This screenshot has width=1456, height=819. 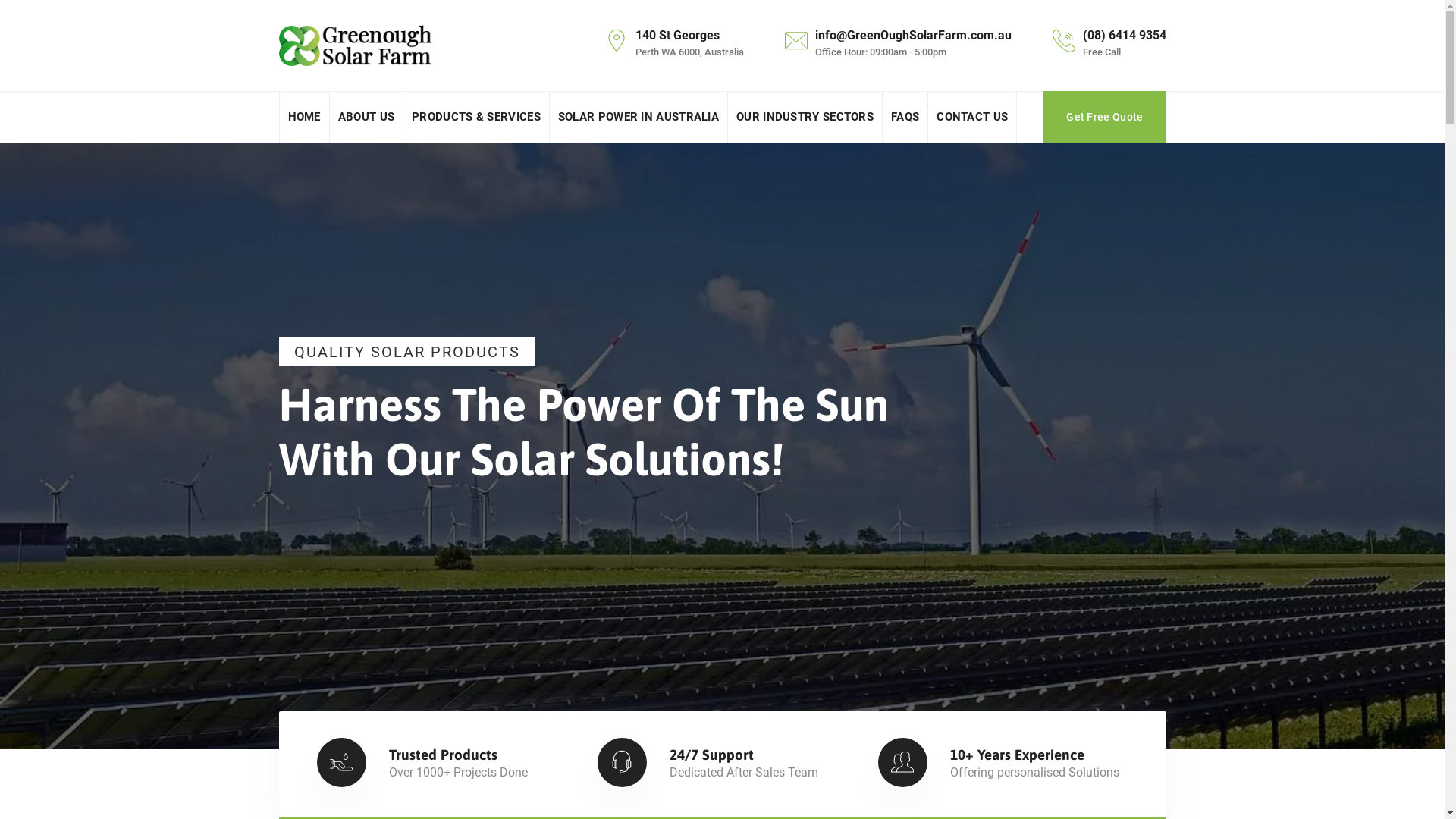 I want to click on 'HOME', so click(x=303, y=116).